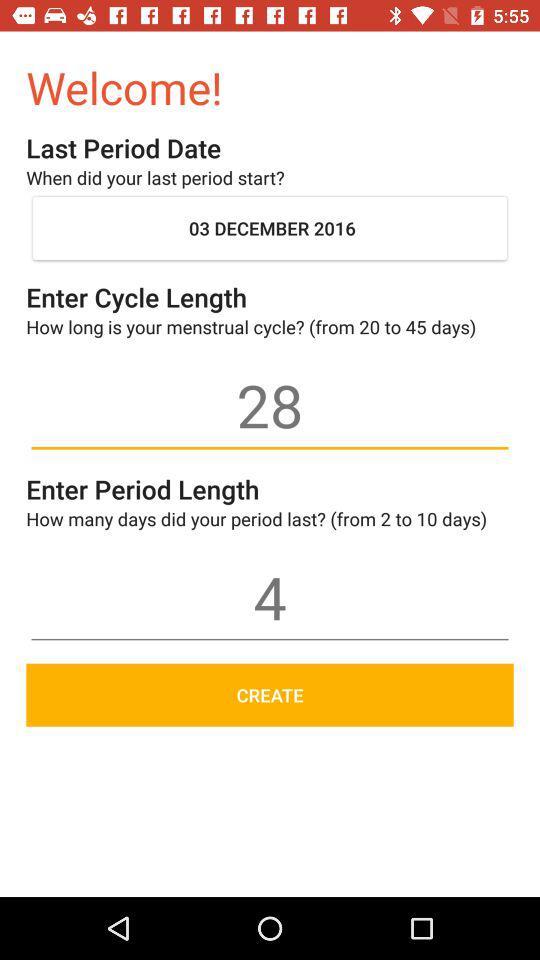 The image size is (540, 960). Describe the element at coordinates (270, 228) in the screenshot. I see `03 december 2016 item` at that location.